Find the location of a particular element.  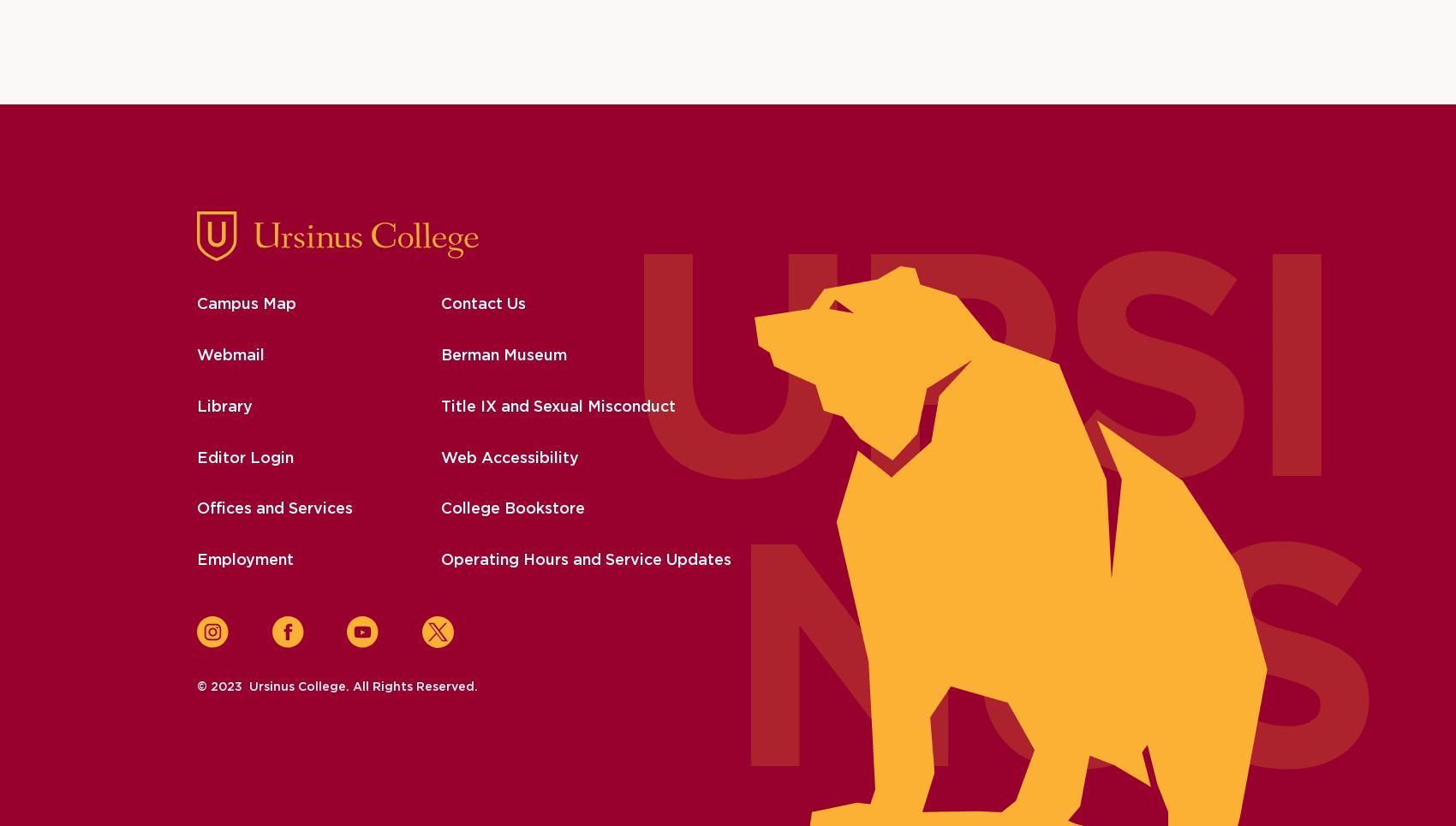

'Berman Museum' is located at coordinates (440, 356).